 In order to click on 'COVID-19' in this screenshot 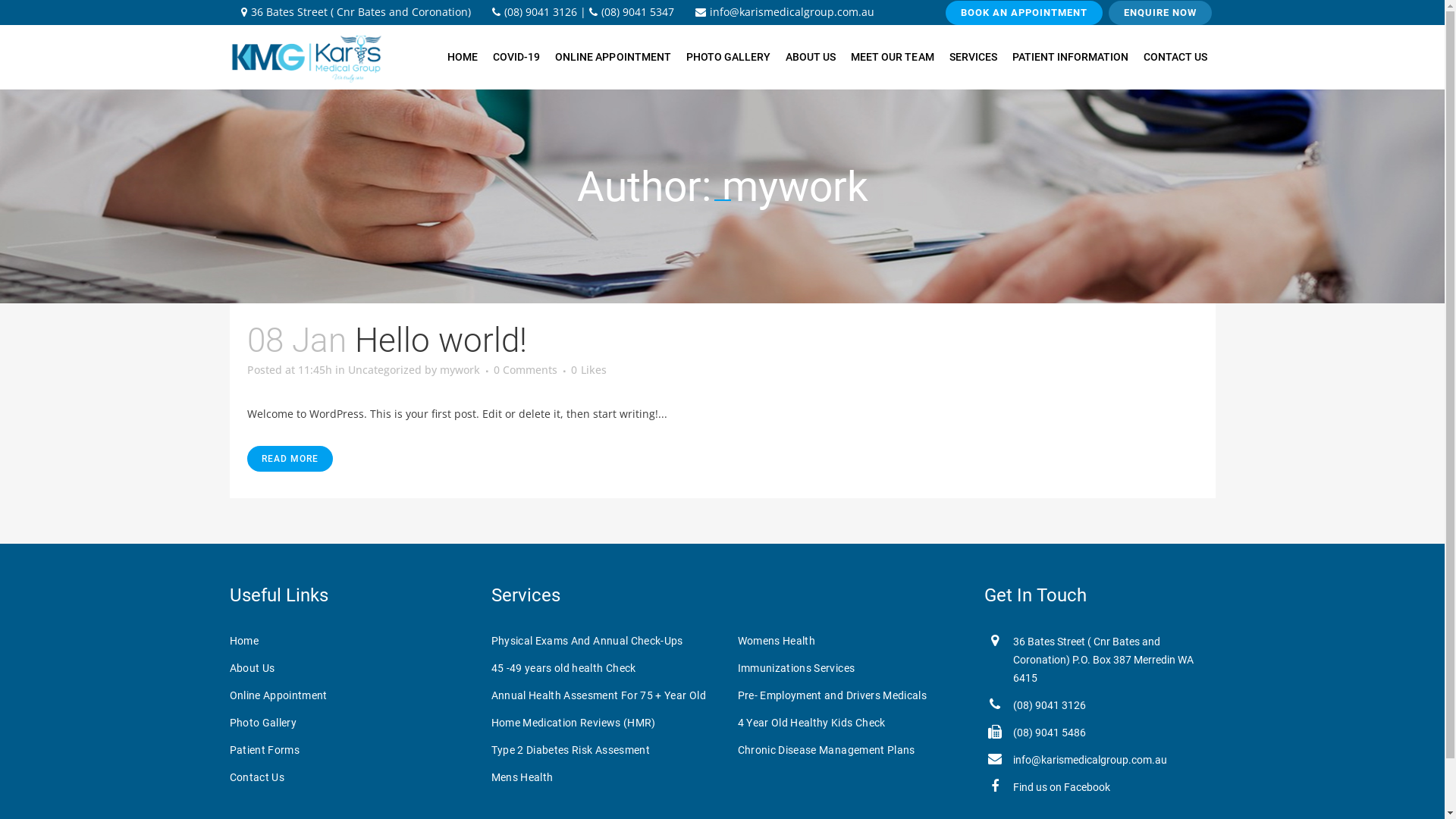, I will do `click(484, 56)`.